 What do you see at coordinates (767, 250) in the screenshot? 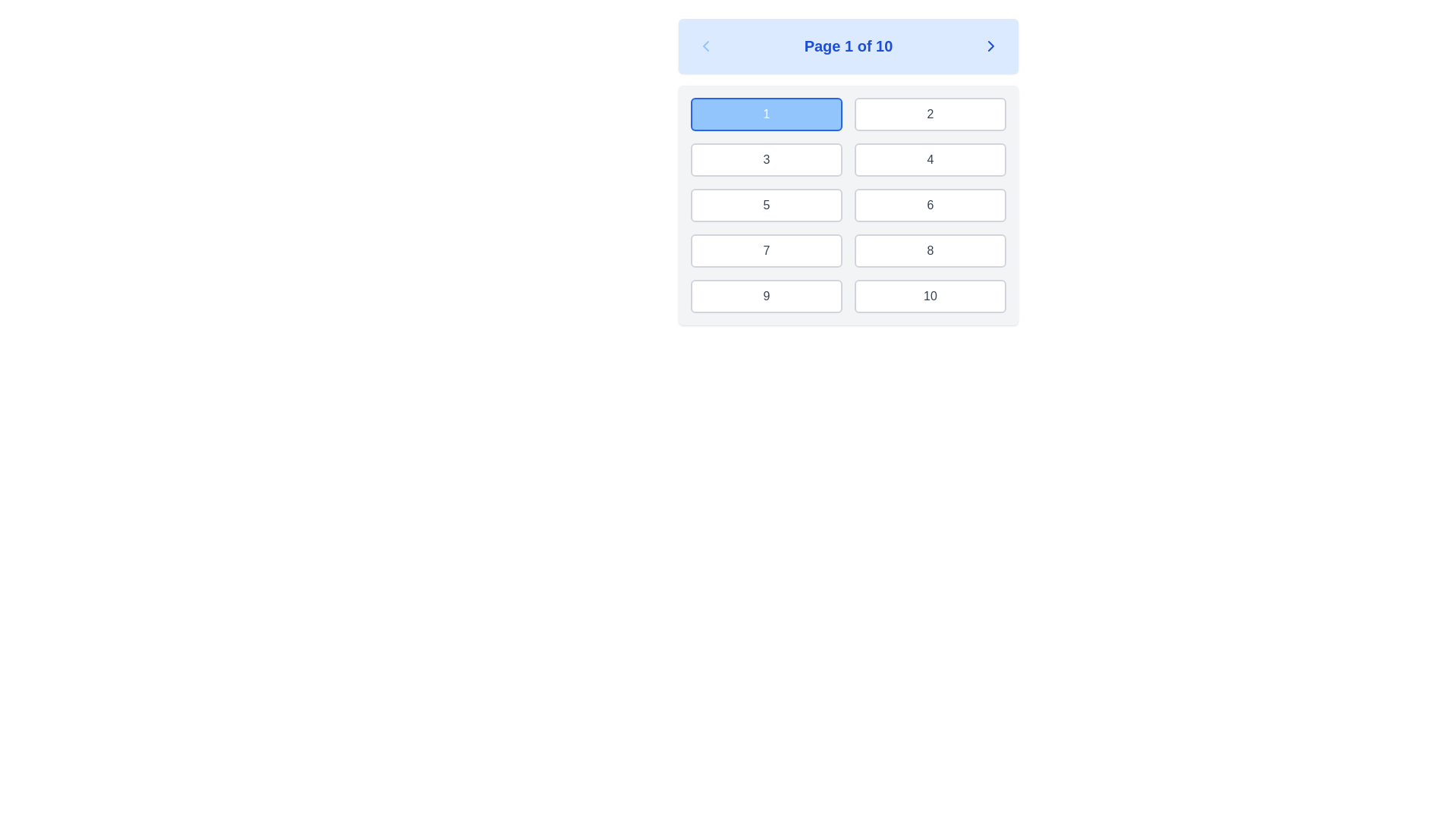
I see `the pagination button located in the grid under 'Page 1 of 10' in the third row, first column, allowing for keyboard navigation` at bounding box center [767, 250].